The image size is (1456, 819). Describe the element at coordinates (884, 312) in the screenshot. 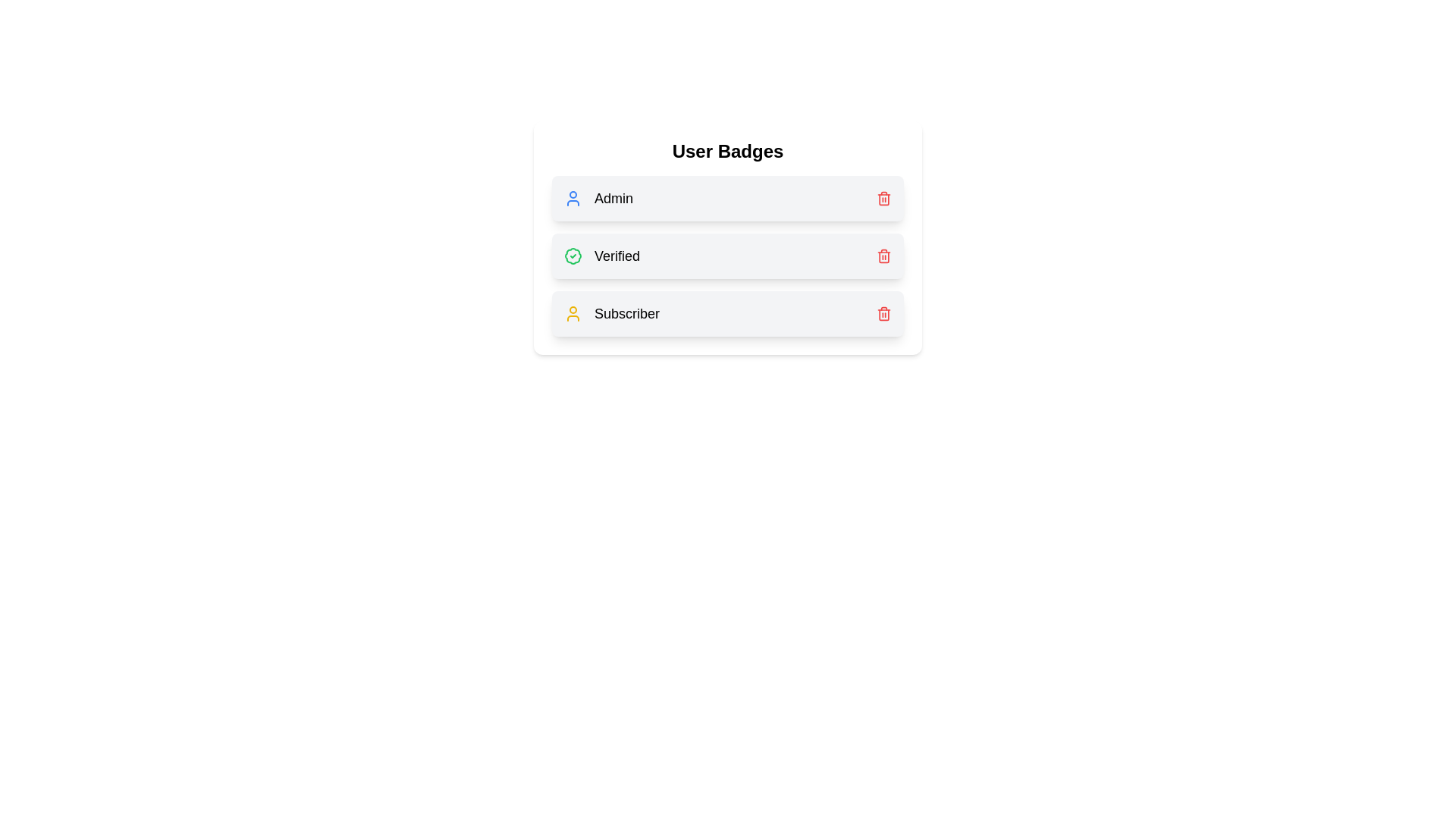

I see `the 'Trash' button to remove a badge identified by its name: Subscriber` at that location.